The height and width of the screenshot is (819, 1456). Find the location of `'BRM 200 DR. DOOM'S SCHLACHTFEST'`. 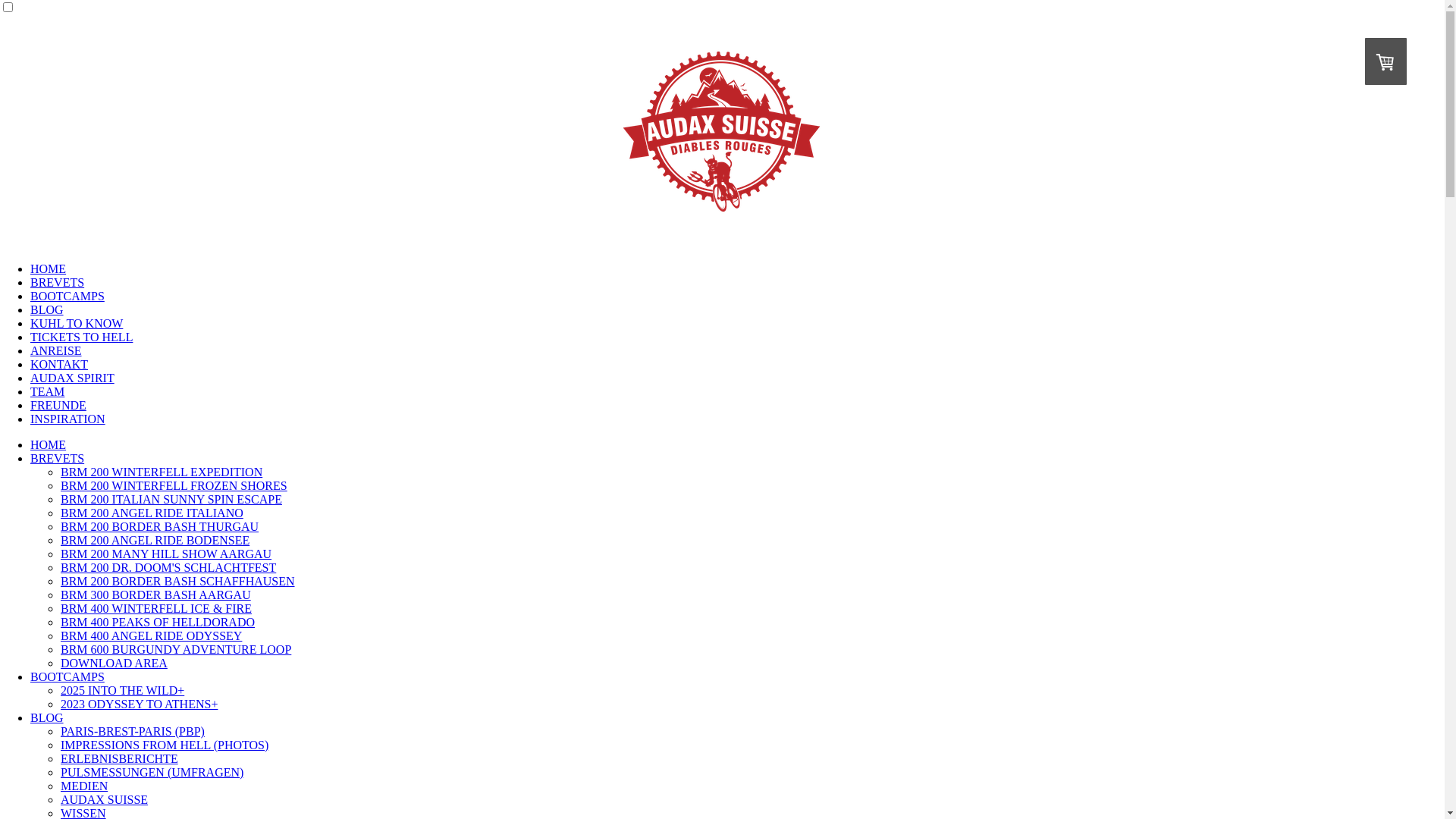

'BRM 200 DR. DOOM'S SCHLACHTFEST' is located at coordinates (168, 567).